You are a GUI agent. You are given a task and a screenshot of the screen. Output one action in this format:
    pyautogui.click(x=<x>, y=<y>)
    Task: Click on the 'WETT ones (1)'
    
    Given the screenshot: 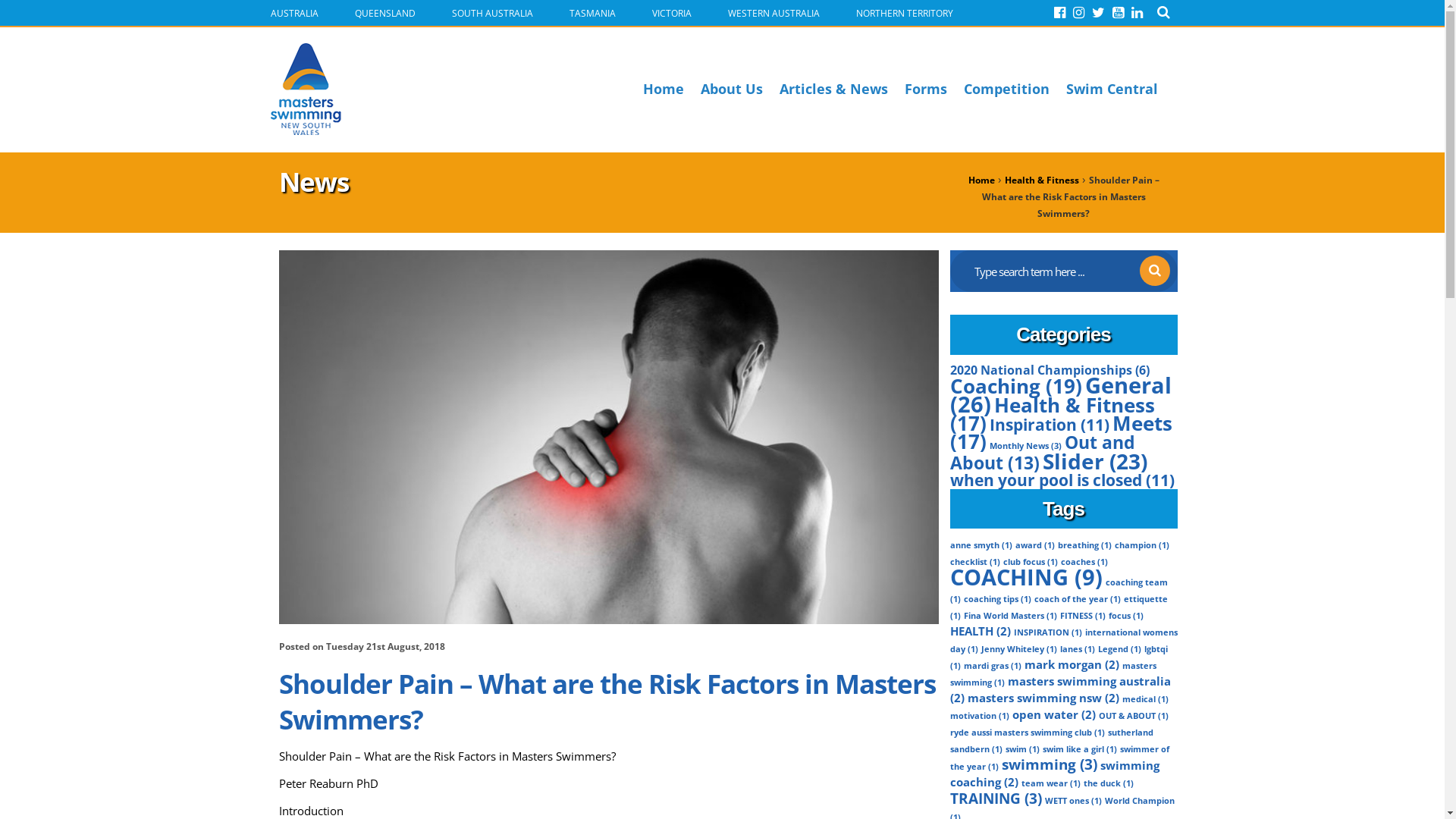 What is the action you would take?
    pyautogui.click(x=1072, y=800)
    